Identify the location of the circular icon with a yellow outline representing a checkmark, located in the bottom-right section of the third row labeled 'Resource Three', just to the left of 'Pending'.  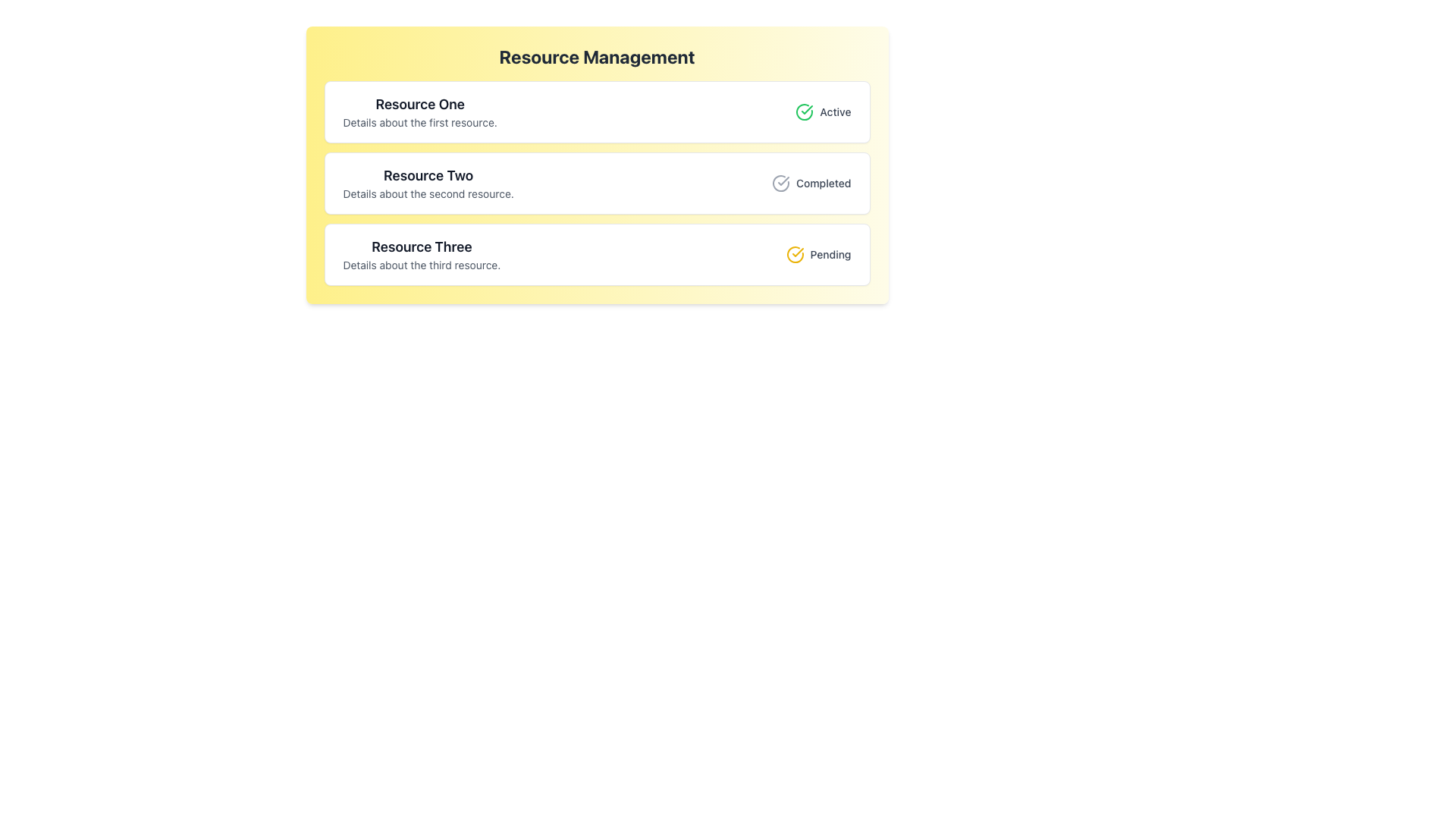
(794, 253).